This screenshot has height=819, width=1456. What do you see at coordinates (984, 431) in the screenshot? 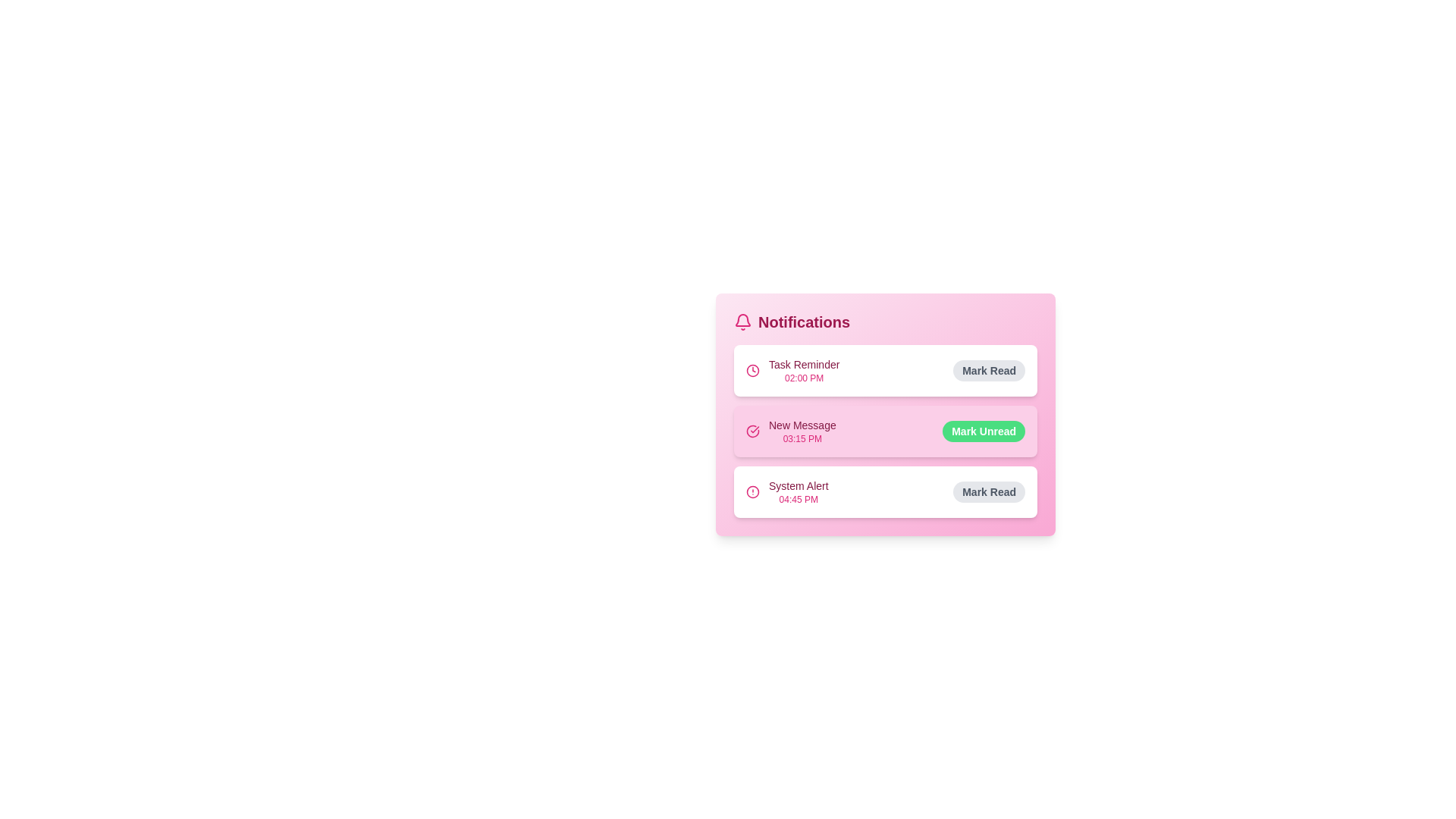
I see `the 'Mark Unread' button for the 'New Message' notification` at bounding box center [984, 431].